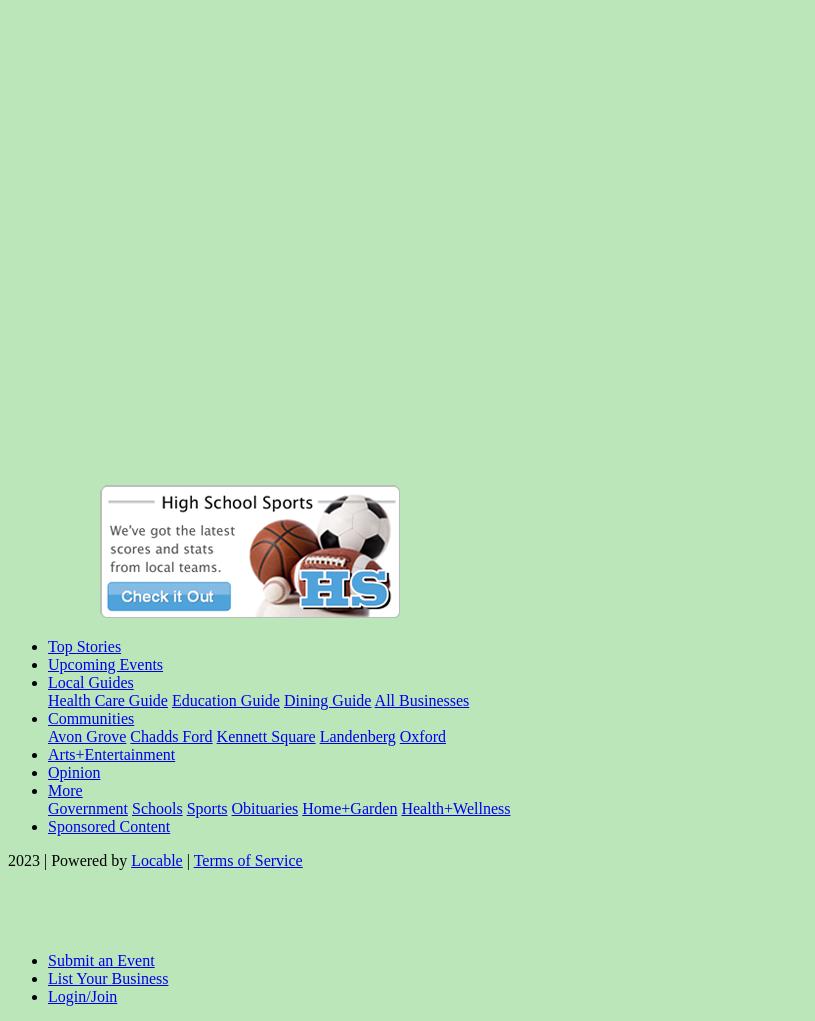 The width and height of the screenshot is (815, 1021). What do you see at coordinates (104, 663) in the screenshot?
I see `'Upcoming Events'` at bounding box center [104, 663].